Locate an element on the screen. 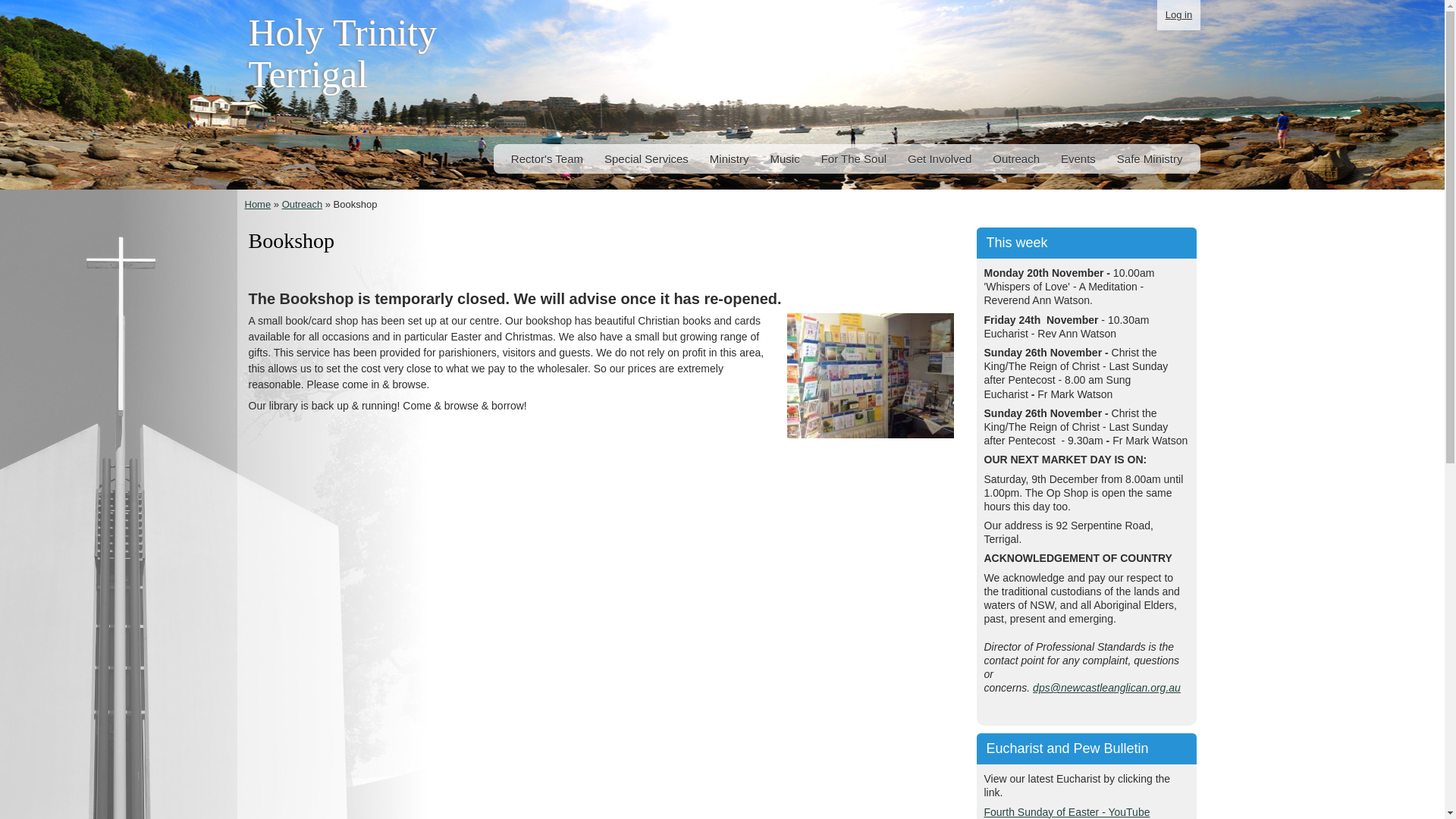 The image size is (1456, 819). 'Safe Ministry' is located at coordinates (1150, 158).